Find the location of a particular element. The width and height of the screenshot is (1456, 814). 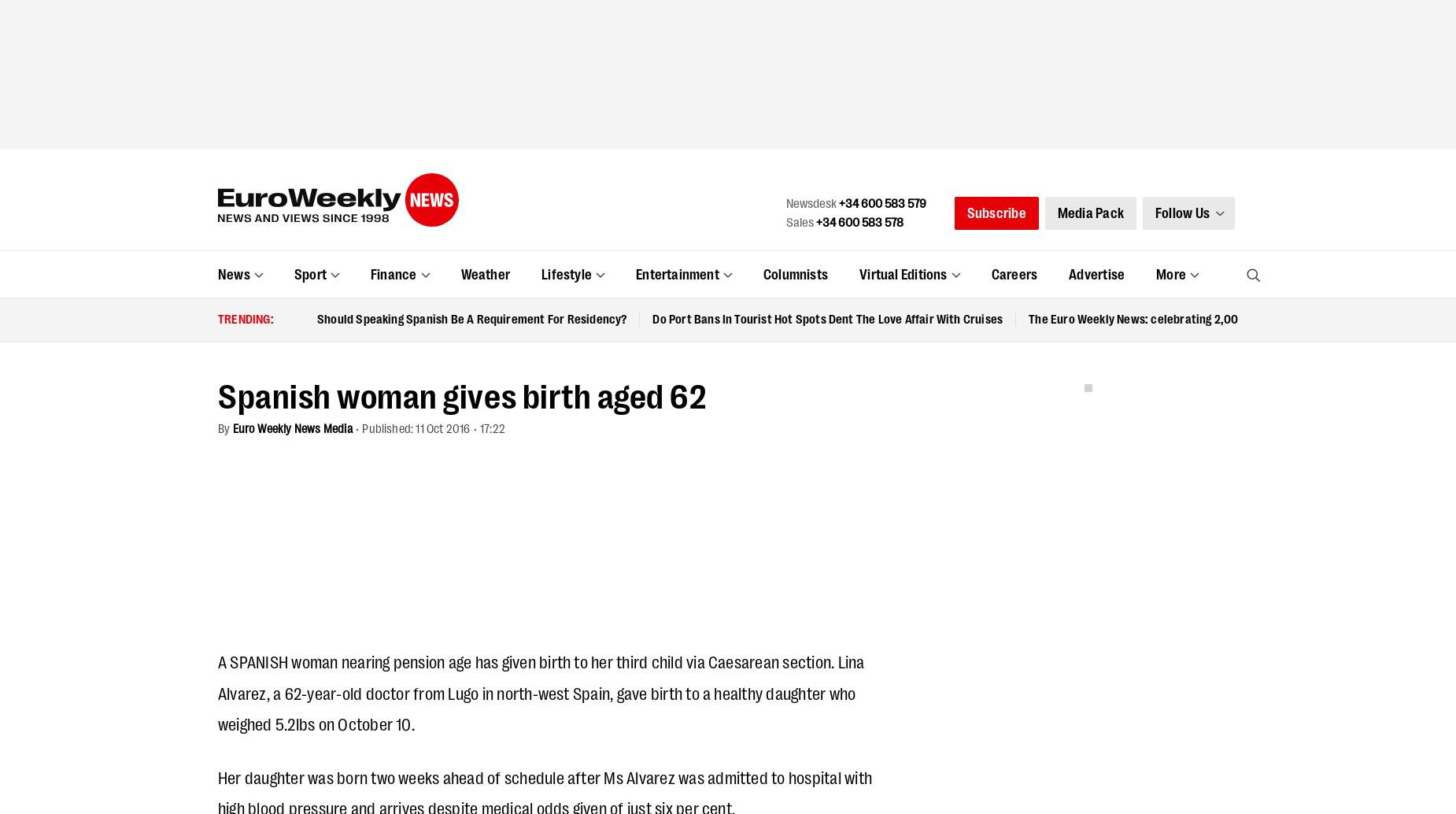

'Euro Weekly News Media' is located at coordinates (458, 311).